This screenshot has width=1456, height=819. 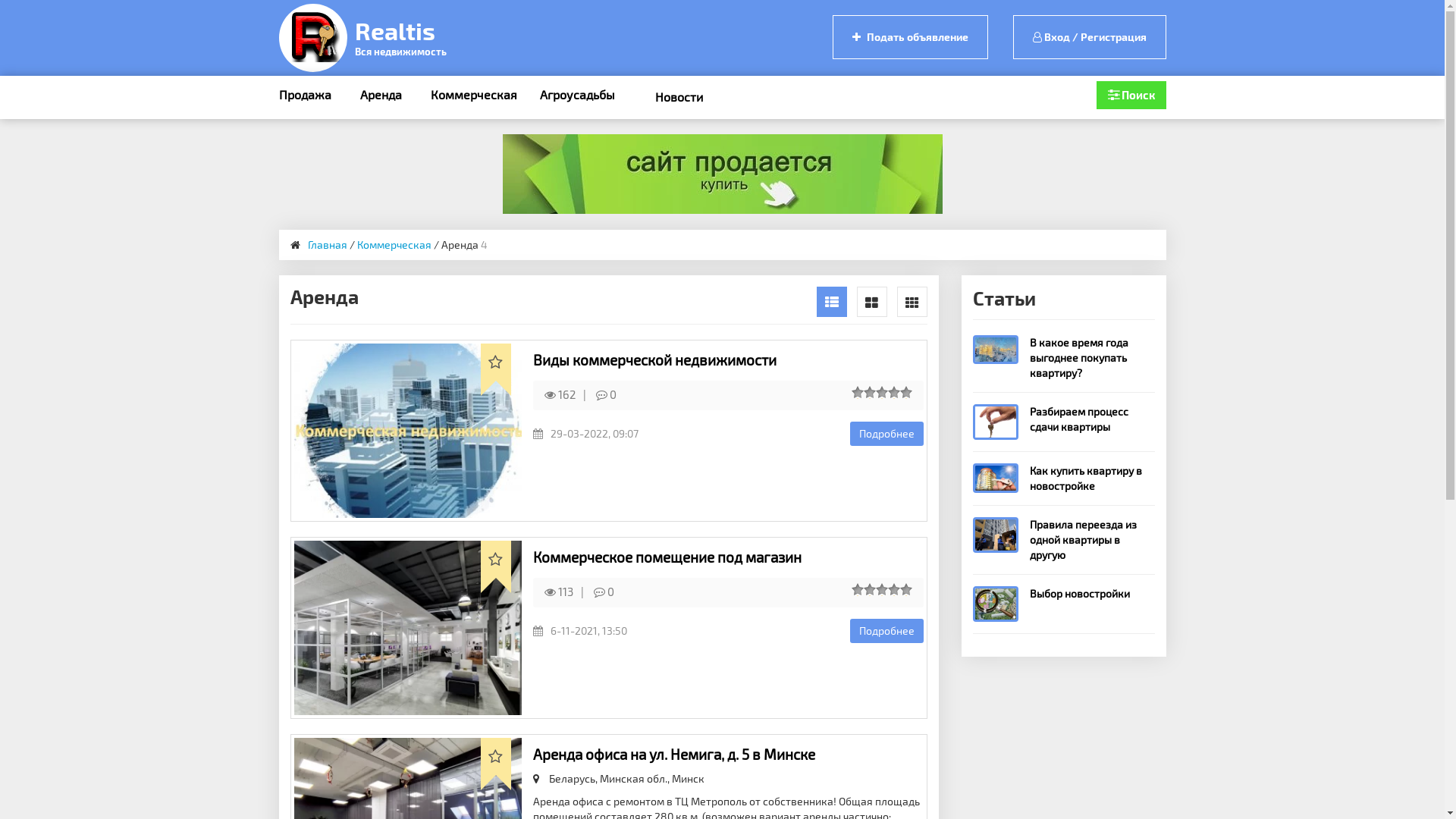 What do you see at coordinates (857, 588) in the screenshot?
I see `'1'` at bounding box center [857, 588].